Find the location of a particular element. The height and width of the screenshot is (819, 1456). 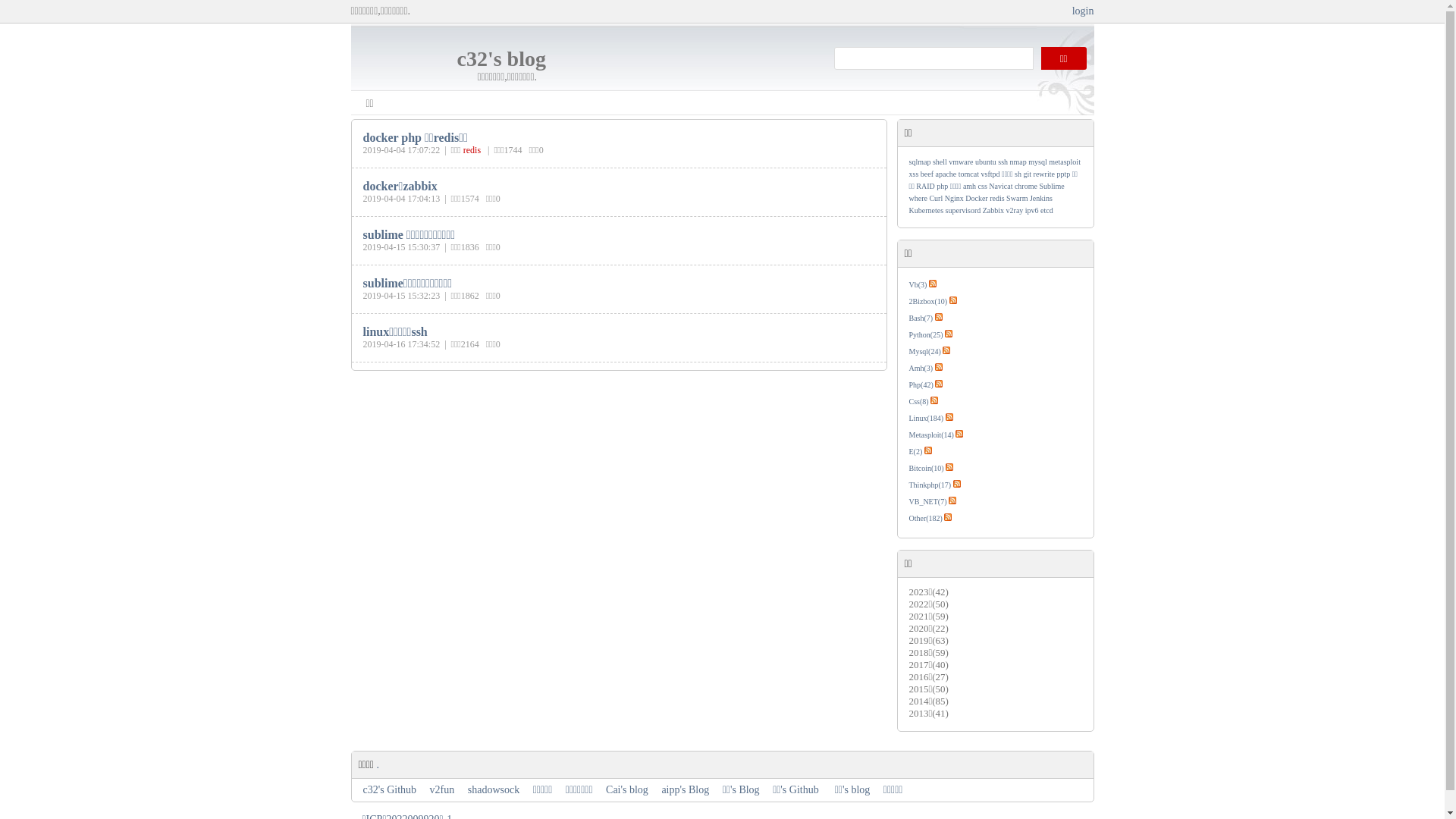

'Mysql(24)' is located at coordinates (908, 351).